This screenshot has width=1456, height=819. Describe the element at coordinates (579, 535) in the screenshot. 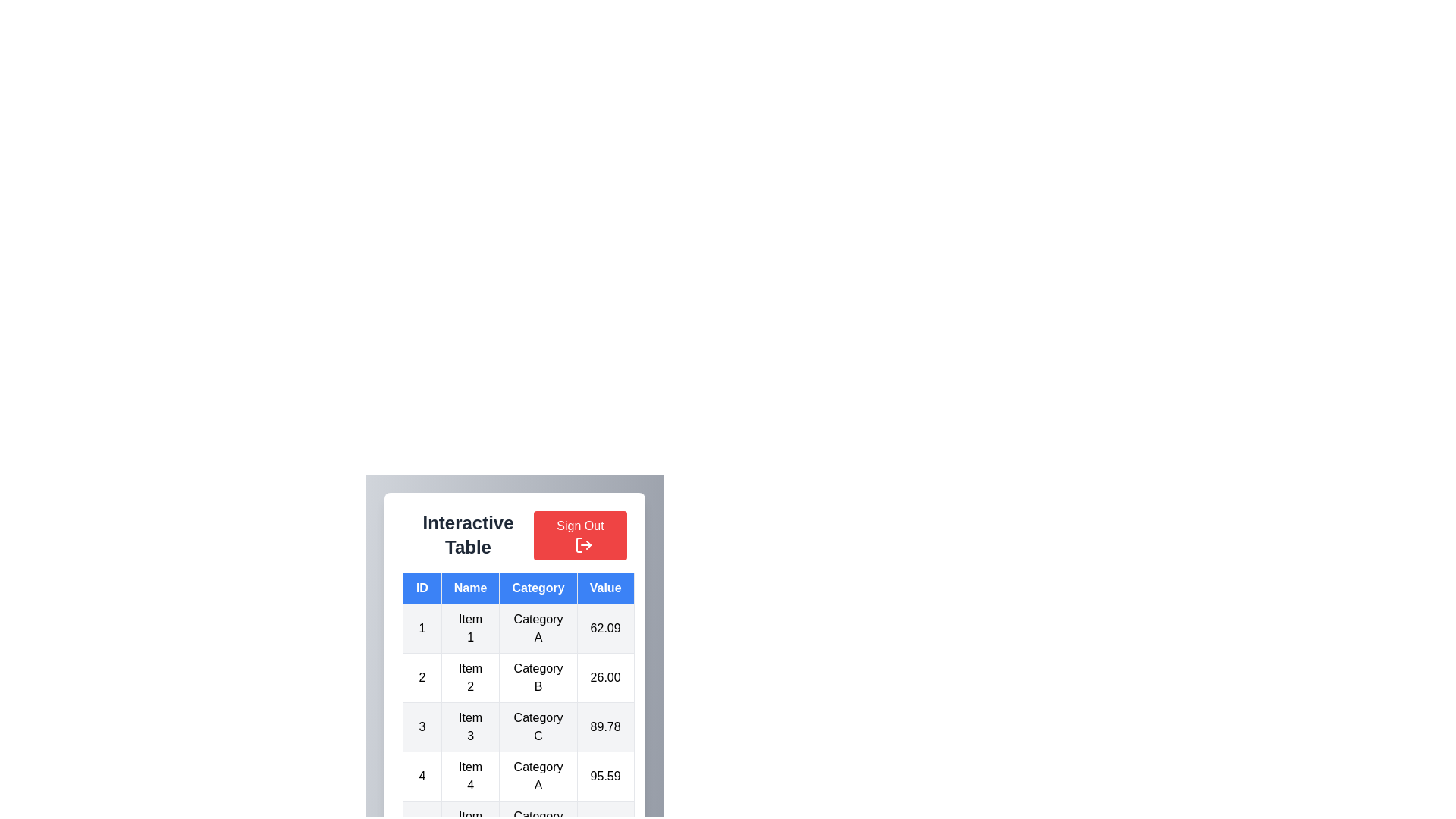

I see `the 'Sign Out' button to observe its hover effect` at that location.